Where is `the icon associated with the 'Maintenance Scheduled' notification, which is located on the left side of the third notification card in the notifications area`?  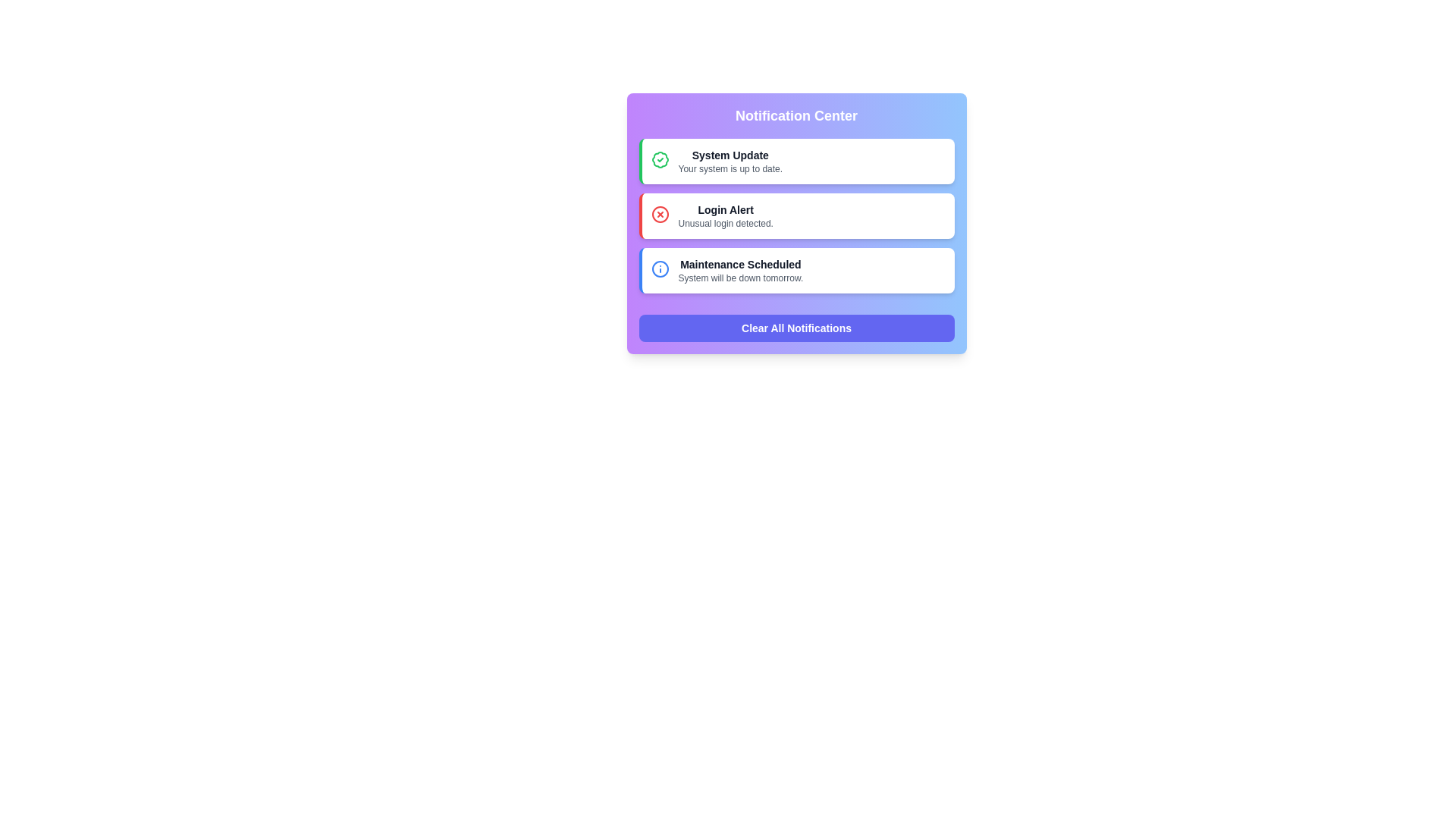
the icon associated with the 'Maintenance Scheduled' notification, which is located on the left side of the third notification card in the notifications area is located at coordinates (660, 268).